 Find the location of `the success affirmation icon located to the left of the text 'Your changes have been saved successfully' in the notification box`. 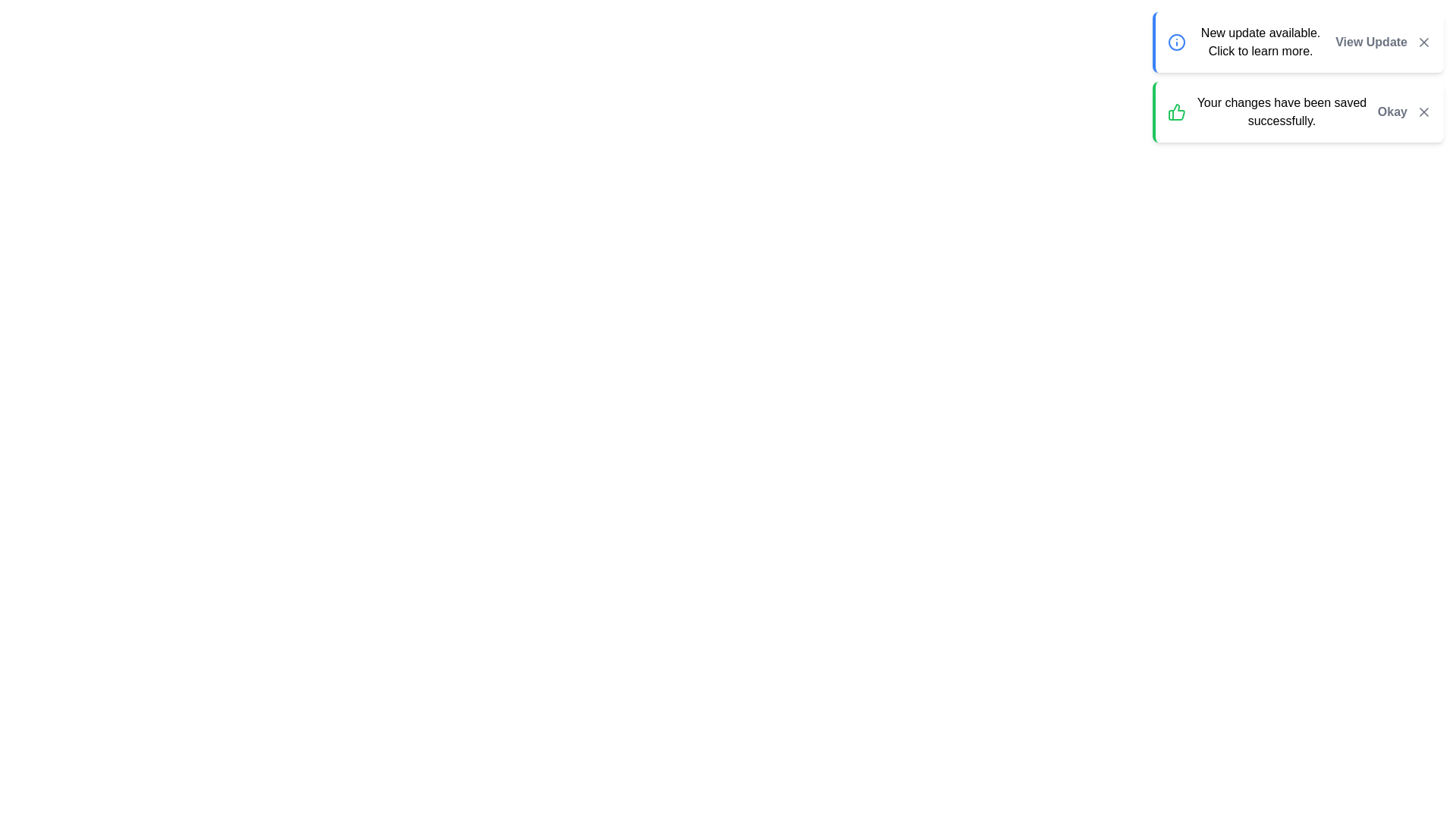

the success affirmation icon located to the left of the text 'Your changes have been saved successfully' in the notification box is located at coordinates (1175, 111).